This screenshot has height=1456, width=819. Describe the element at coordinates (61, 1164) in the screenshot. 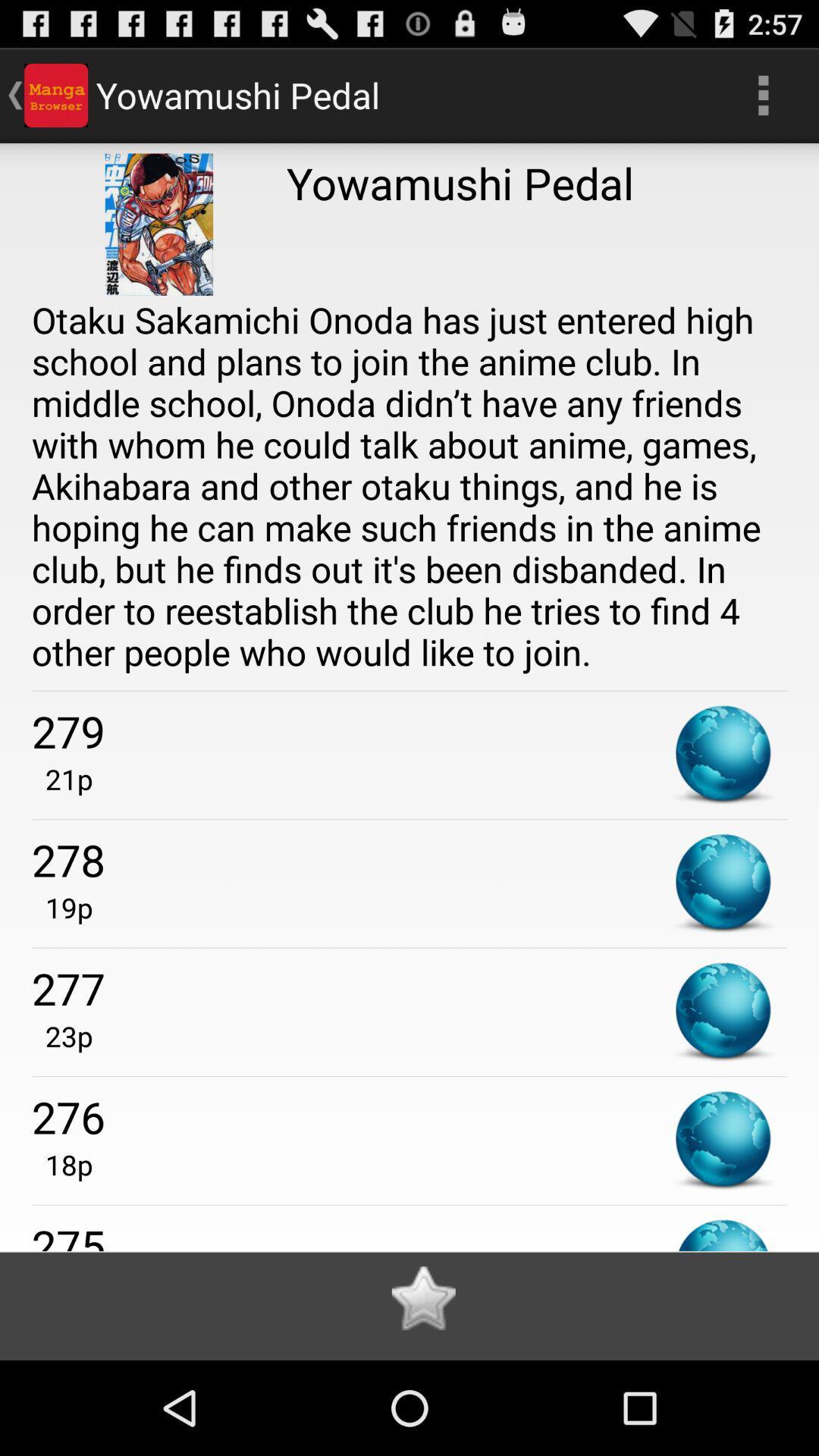

I see `item above the 275 item` at that location.